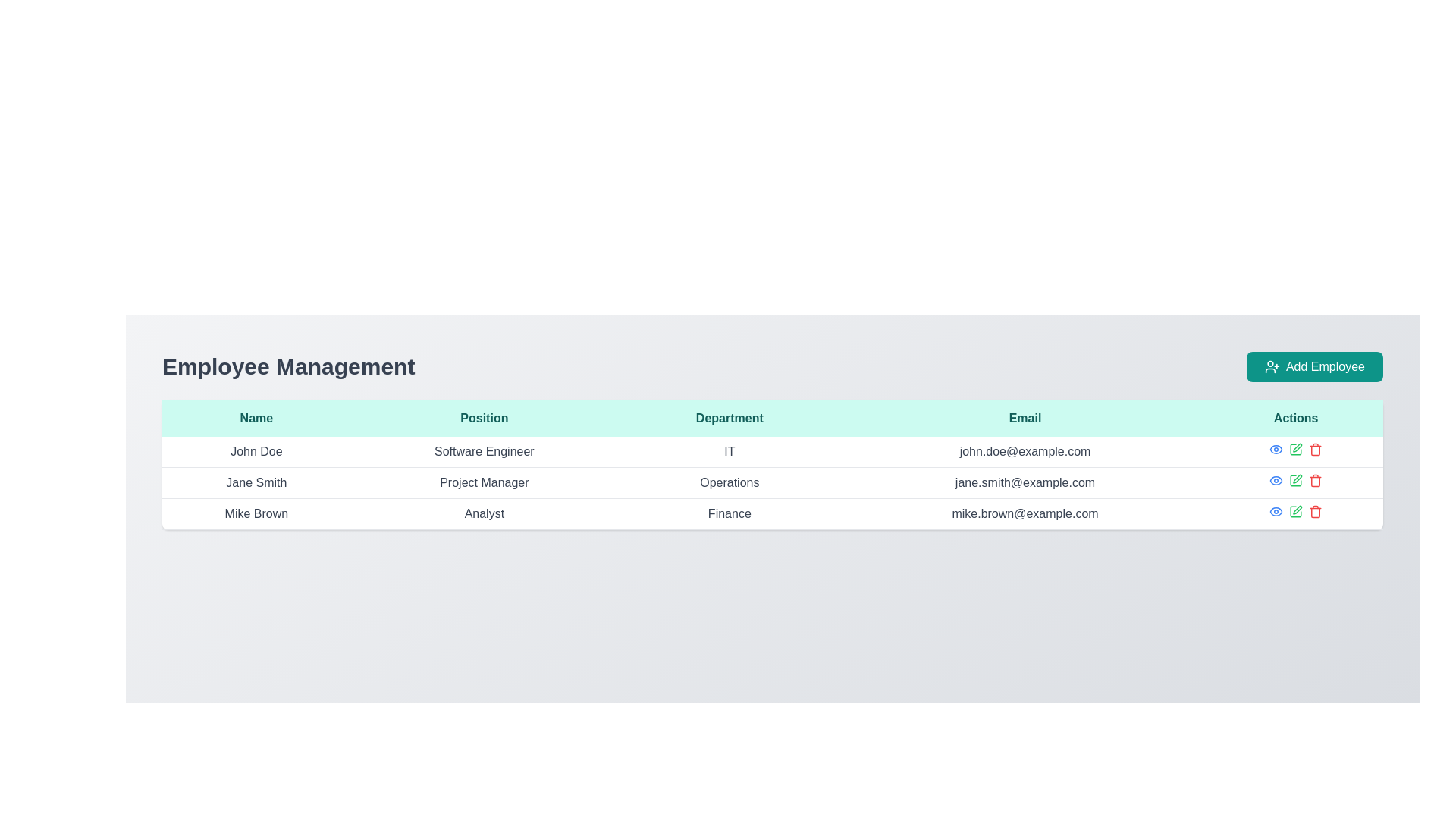 This screenshot has width=1456, height=819. I want to click on the Data Table Row displaying information about employee 'John Doe', which includes the name, job title, department, and email, located in the 'Employee Management' section, so click(772, 451).